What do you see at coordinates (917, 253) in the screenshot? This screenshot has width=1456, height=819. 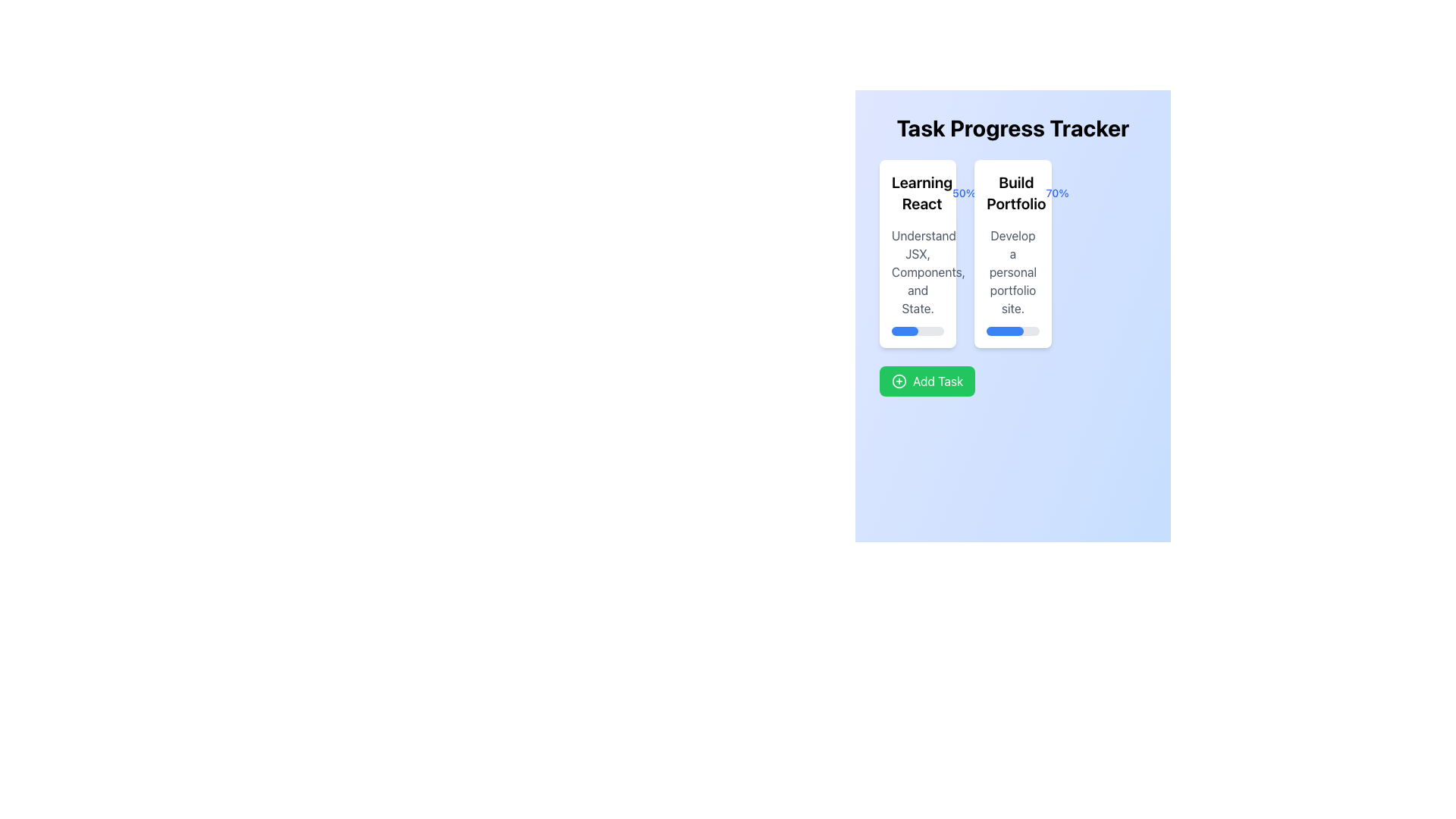 I see `the card-shaped UI component displaying 'Learning React' in the top-left corner of the grid layout to access related elements` at bounding box center [917, 253].